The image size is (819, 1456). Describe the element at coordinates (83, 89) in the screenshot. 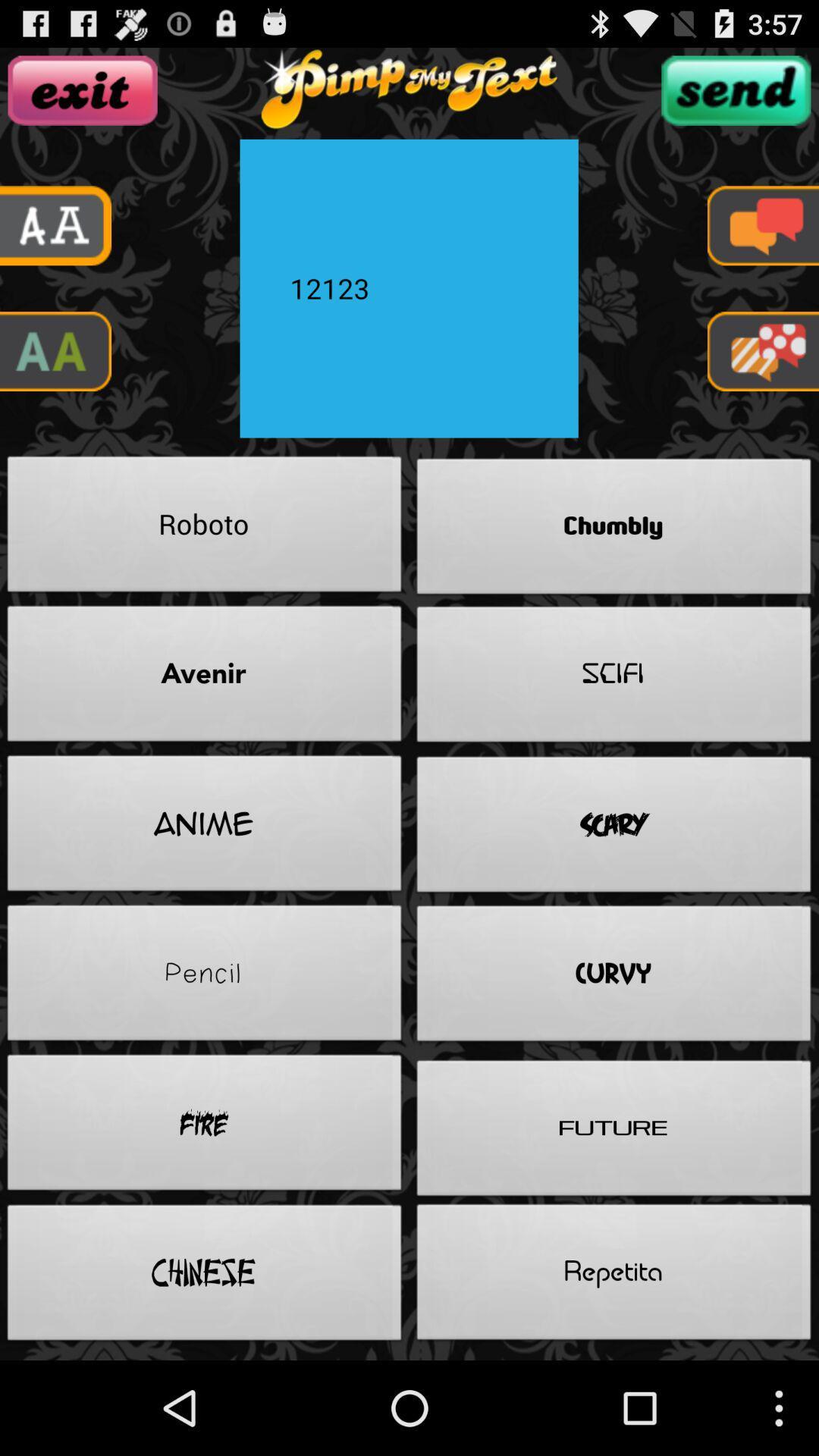

I see `click exit` at that location.